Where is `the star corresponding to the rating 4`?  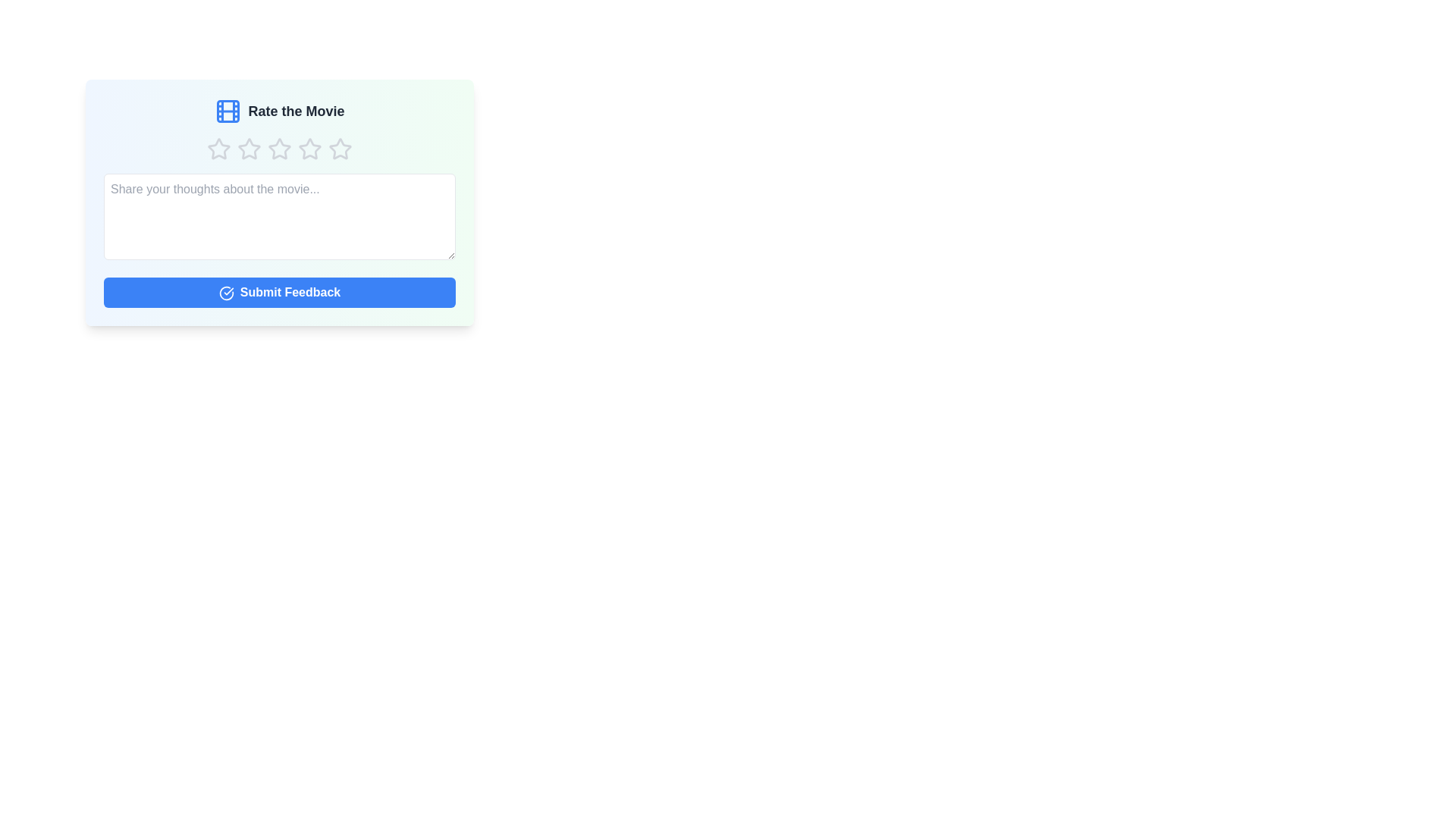 the star corresponding to the rating 4 is located at coordinates (309, 149).